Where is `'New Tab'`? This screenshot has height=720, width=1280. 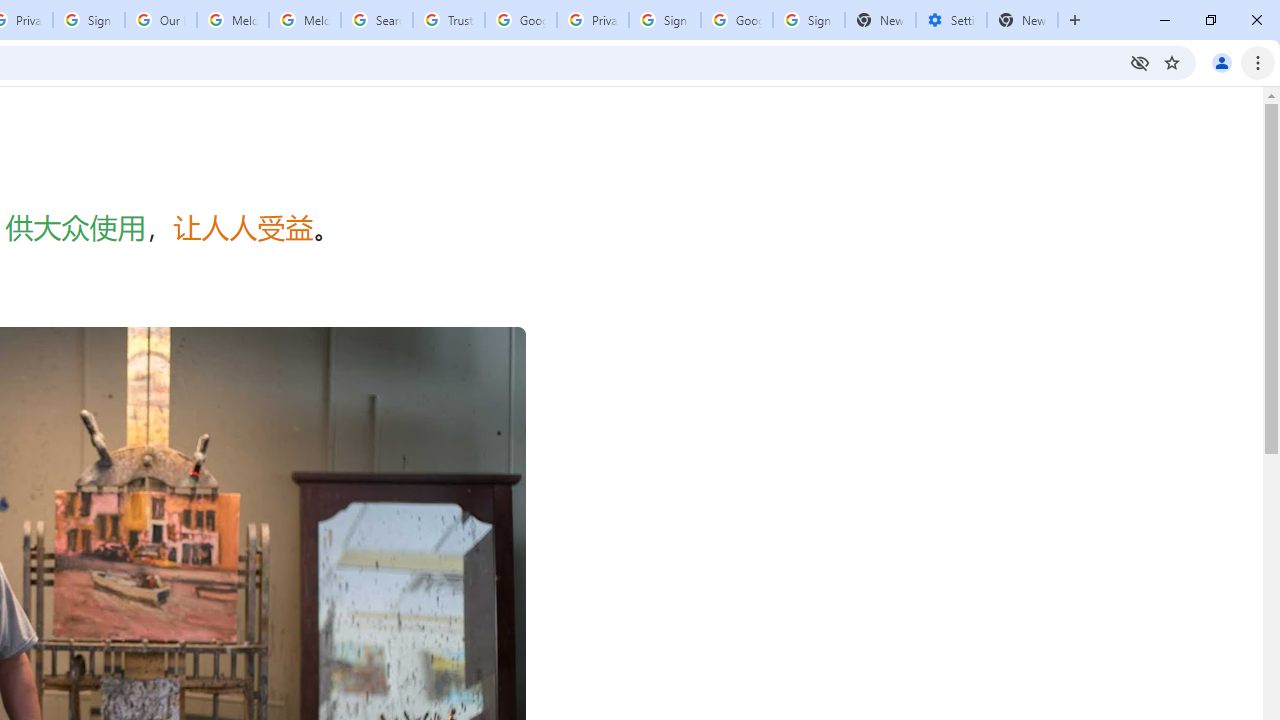 'New Tab' is located at coordinates (1022, 20).